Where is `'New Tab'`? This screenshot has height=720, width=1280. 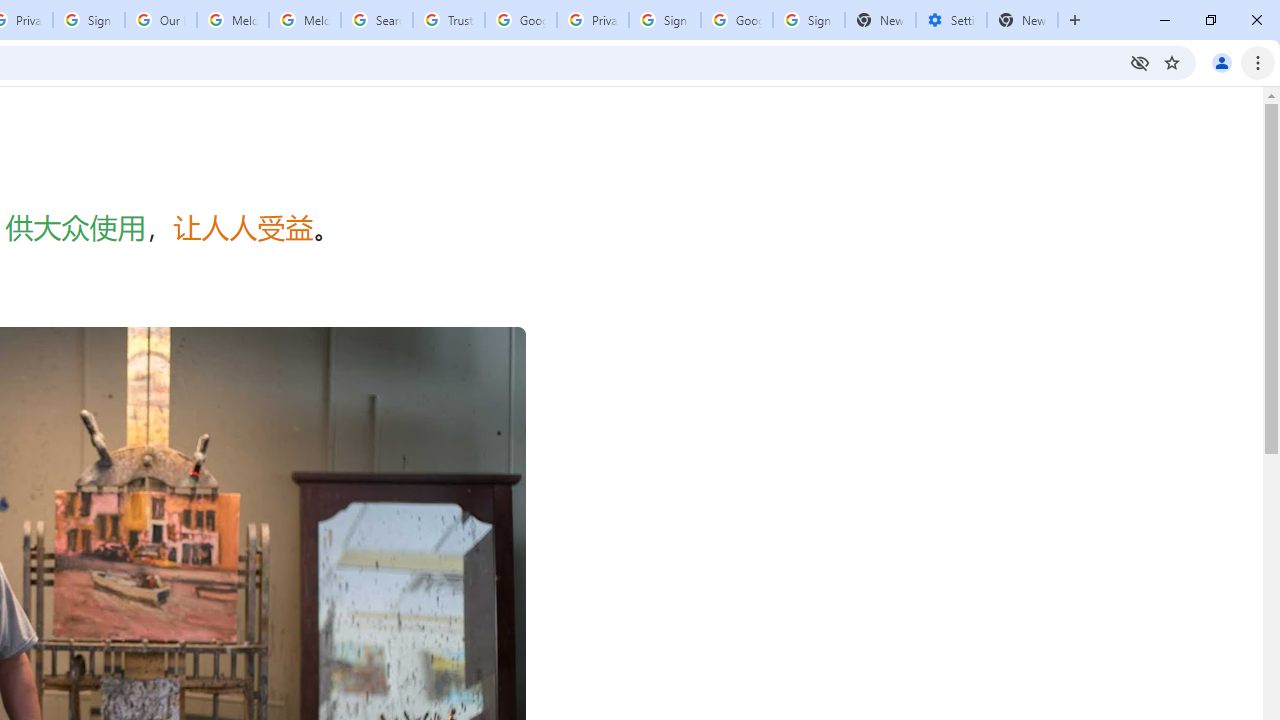 'New Tab' is located at coordinates (1022, 20).